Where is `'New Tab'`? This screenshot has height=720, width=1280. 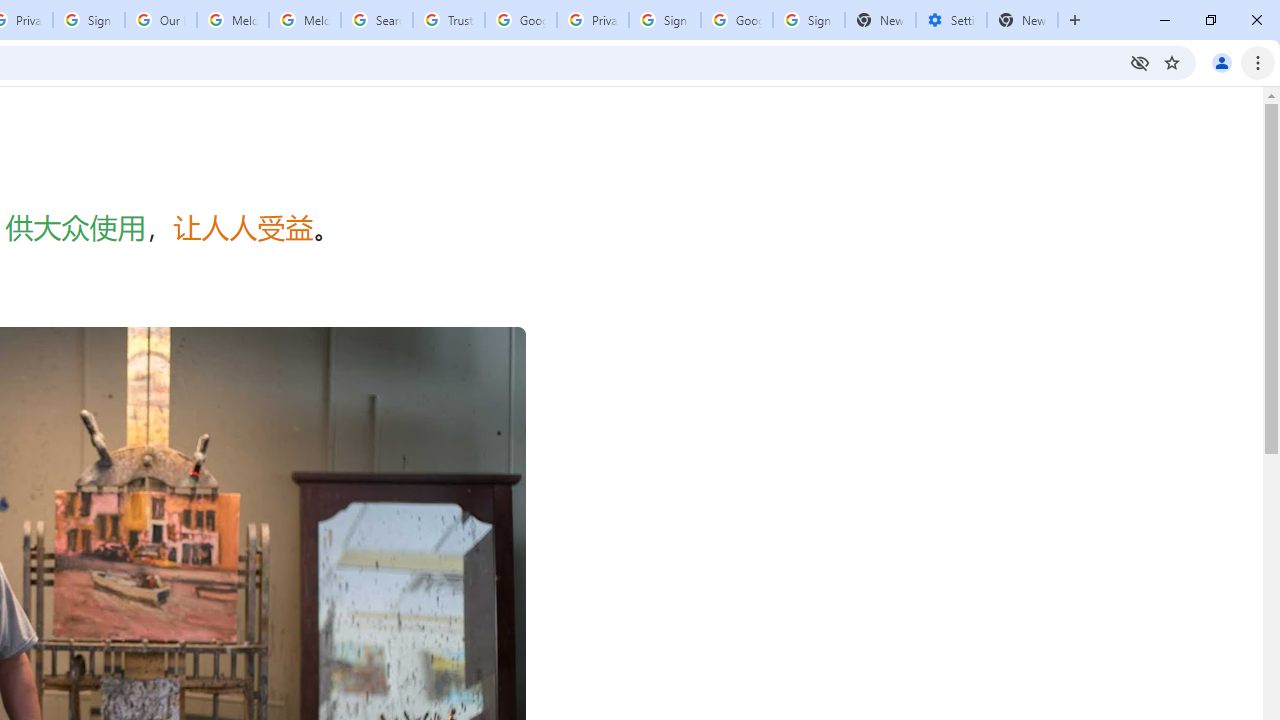 'New Tab' is located at coordinates (1022, 20).